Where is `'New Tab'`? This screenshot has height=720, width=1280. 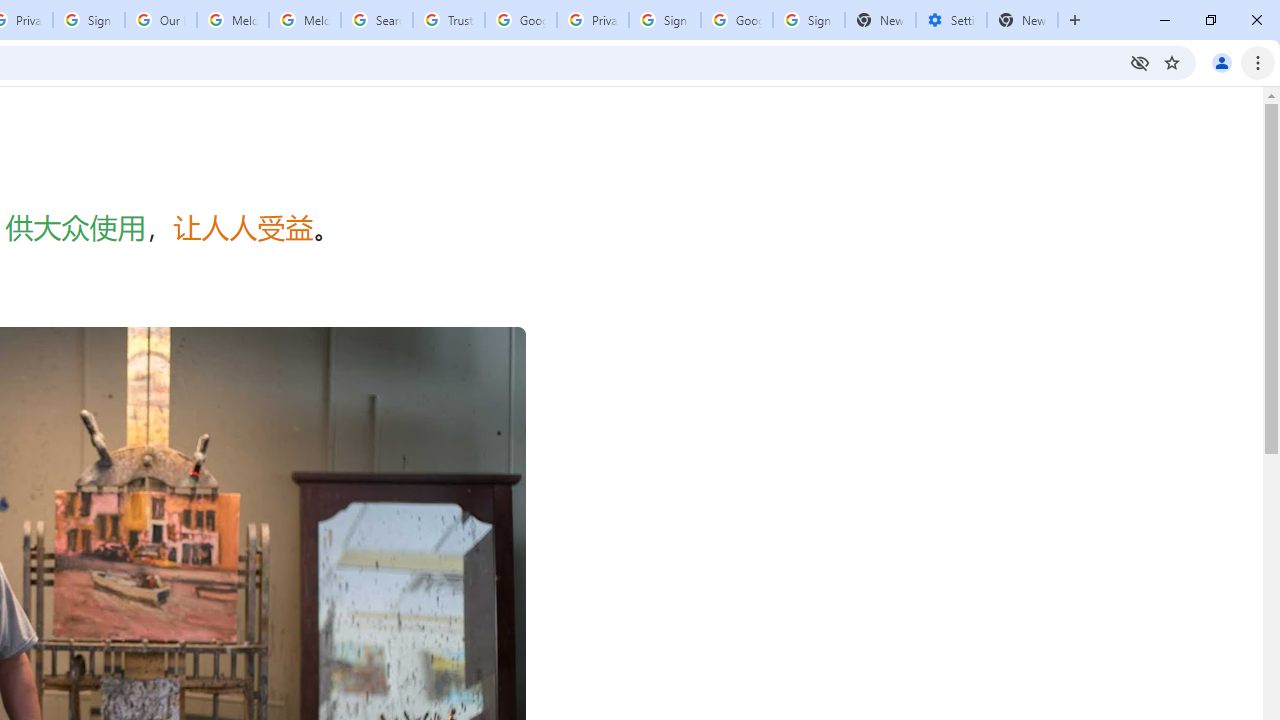 'New Tab' is located at coordinates (1022, 20).